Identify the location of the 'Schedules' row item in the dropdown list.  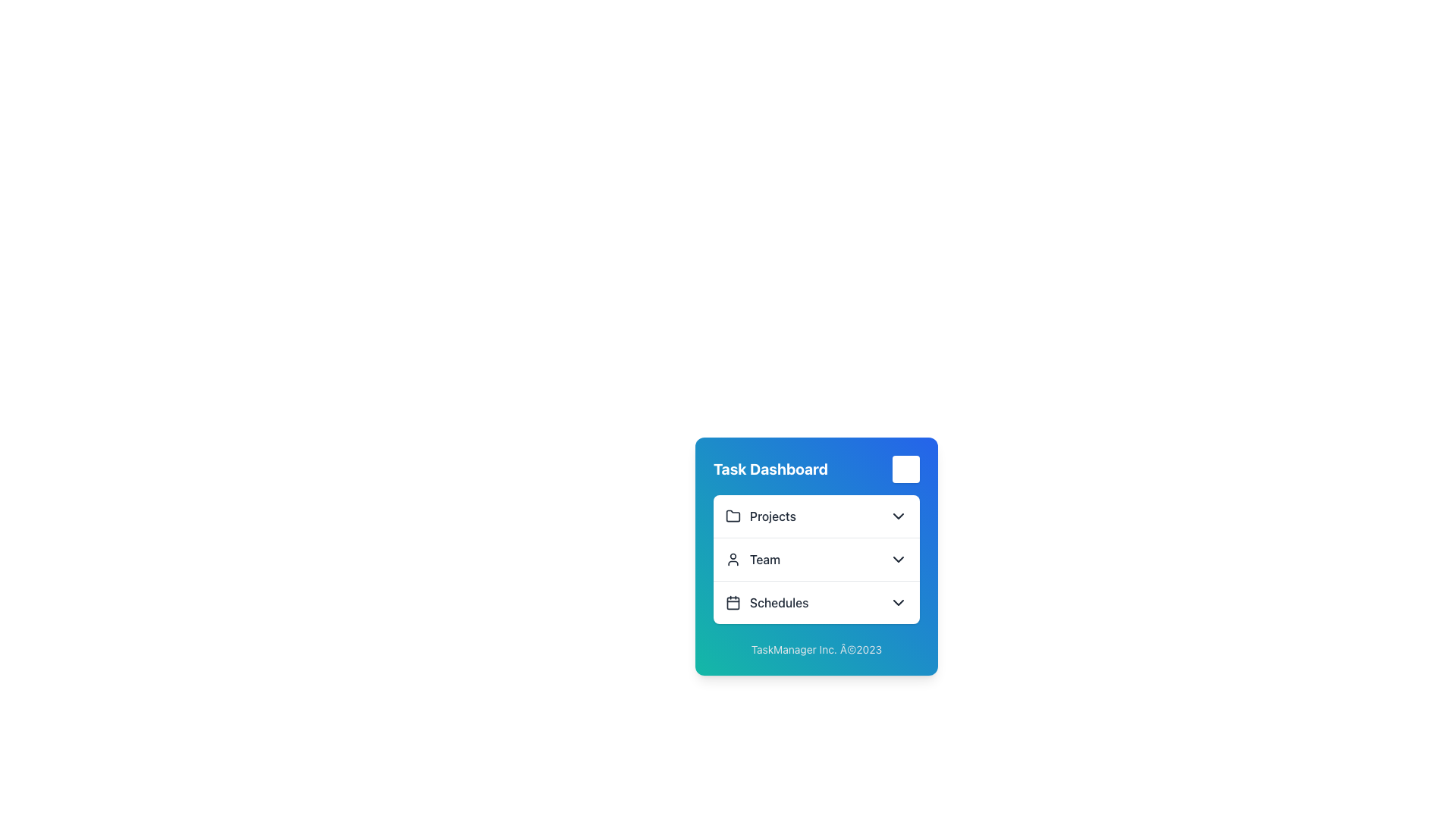
(815, 601).